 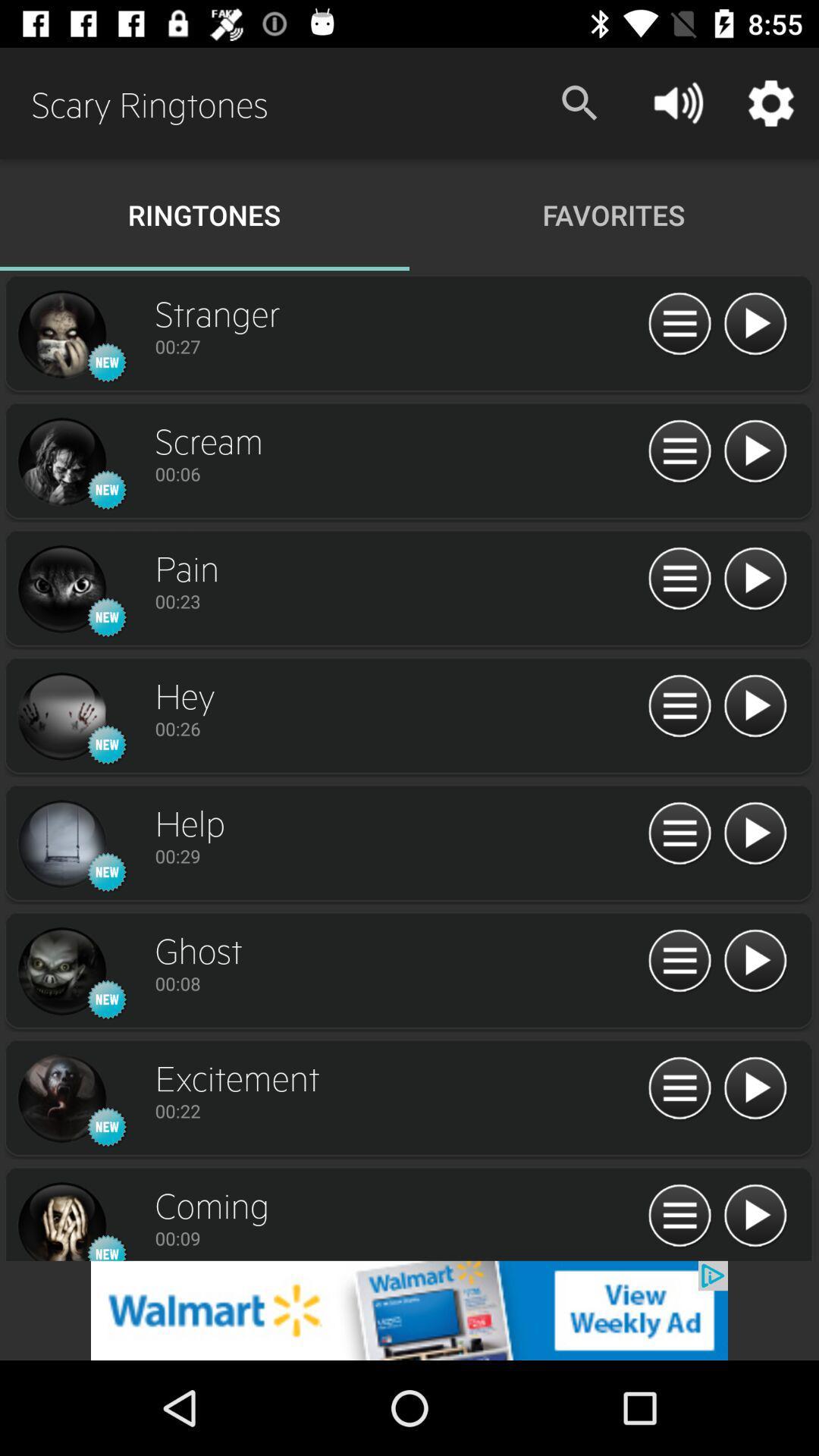 I want to click on listen to option, so click(x=755, y=451).